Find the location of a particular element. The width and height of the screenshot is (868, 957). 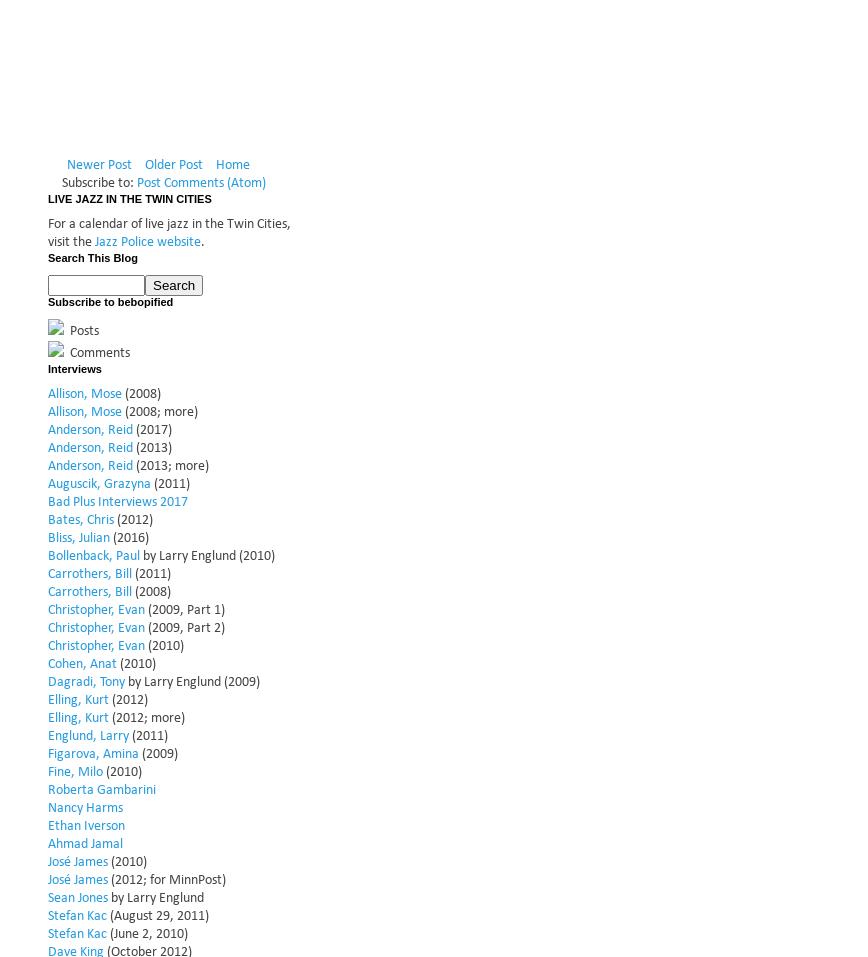

'Home' is located at coordinates (215, 164).